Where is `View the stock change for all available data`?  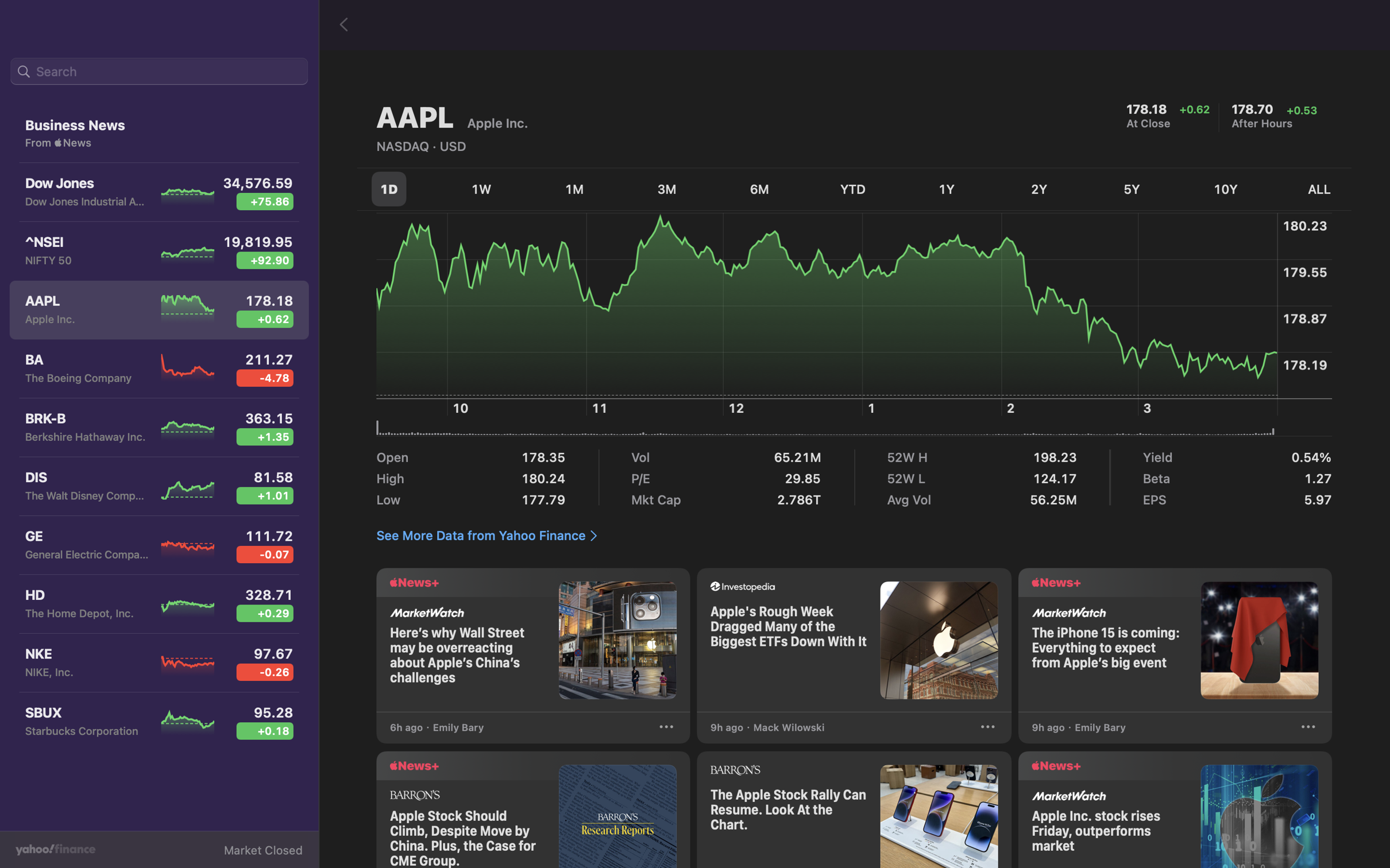 View the stock change for all available data is located at coordinates (1311, 190).